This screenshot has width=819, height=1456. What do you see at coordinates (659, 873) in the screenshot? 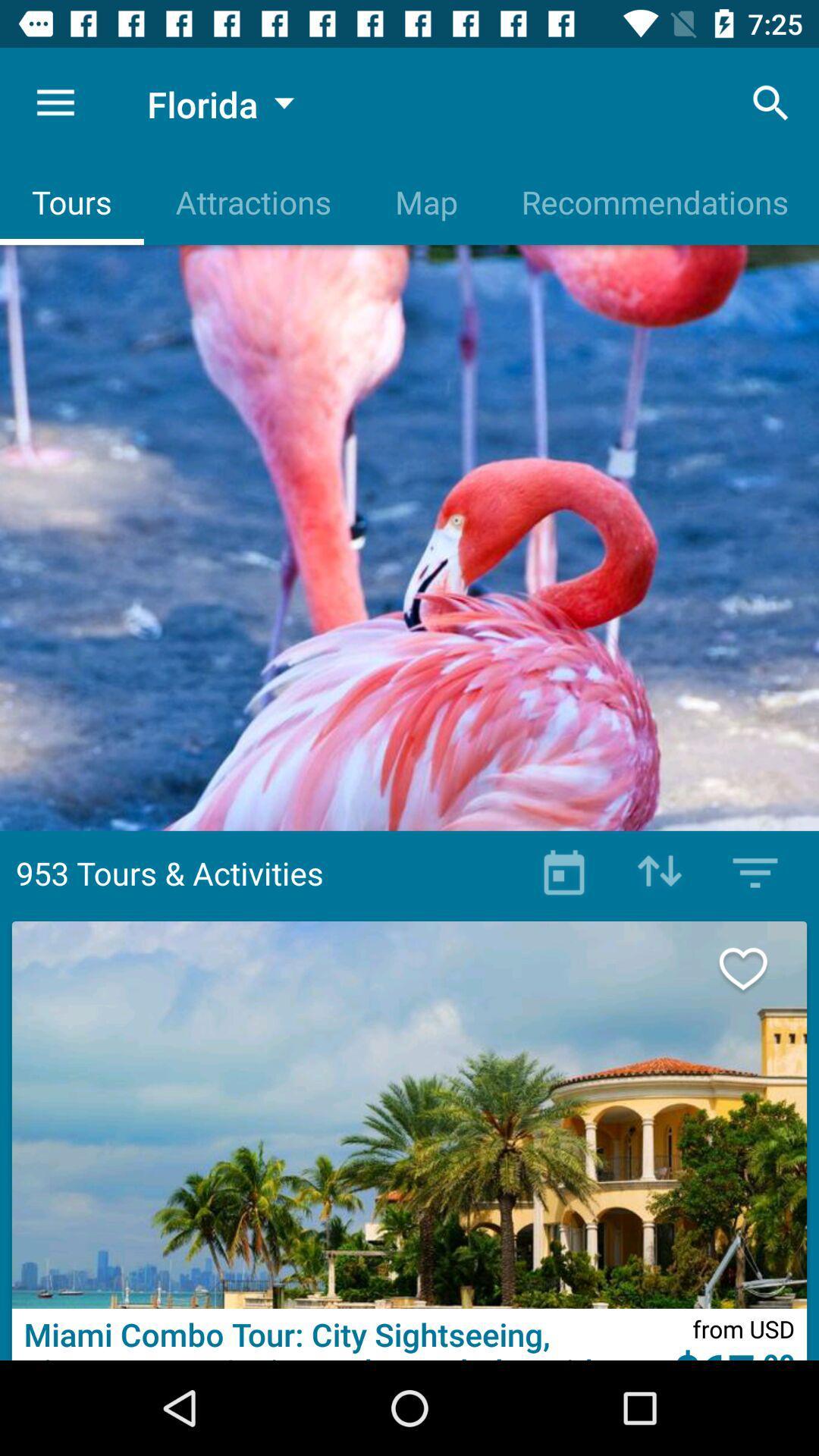
I see `it 's purple arrow pointing to the left` at bounding box center [659, 873].